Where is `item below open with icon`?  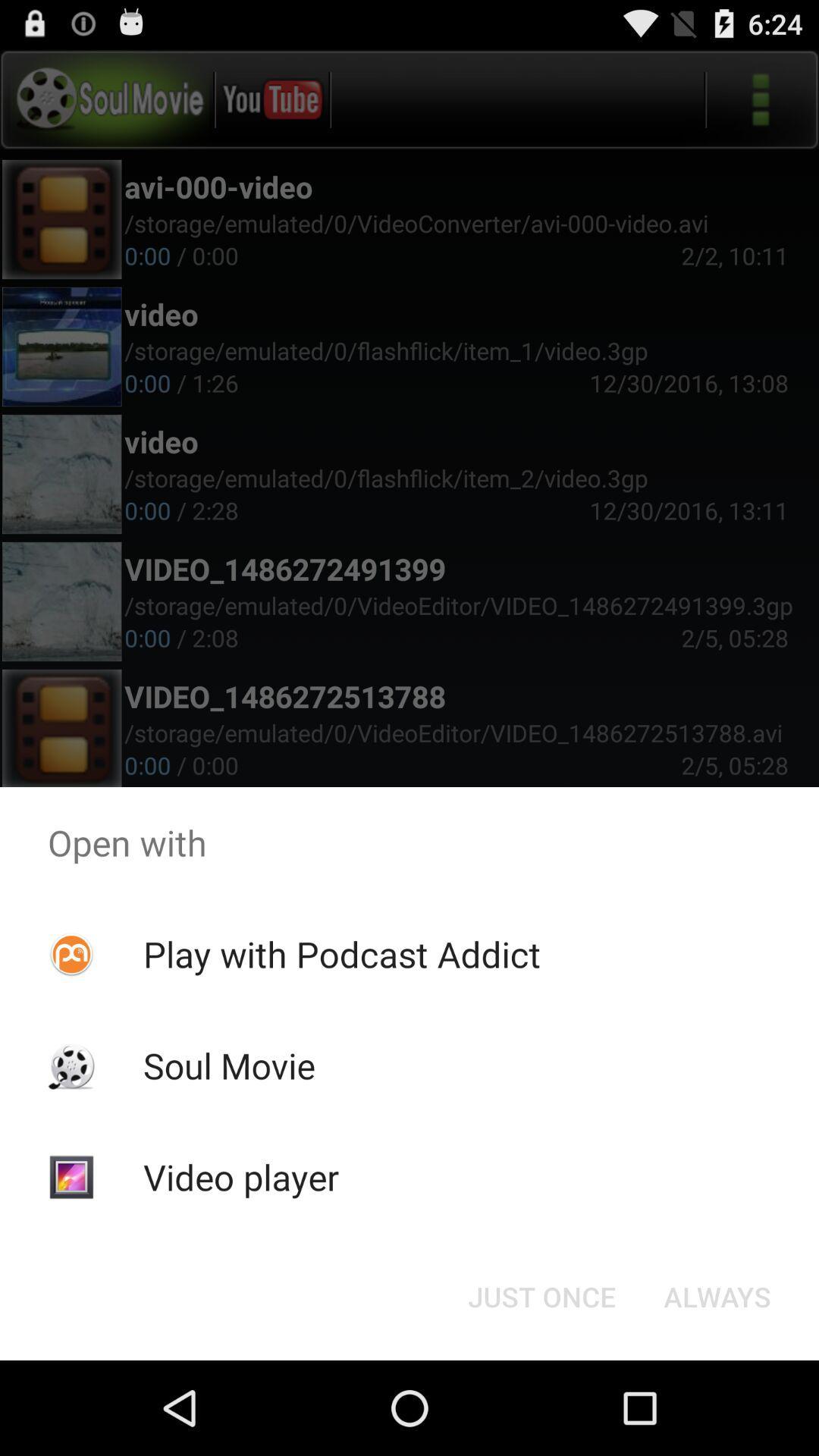 item below open with icon is located at coordinates (342, 953).